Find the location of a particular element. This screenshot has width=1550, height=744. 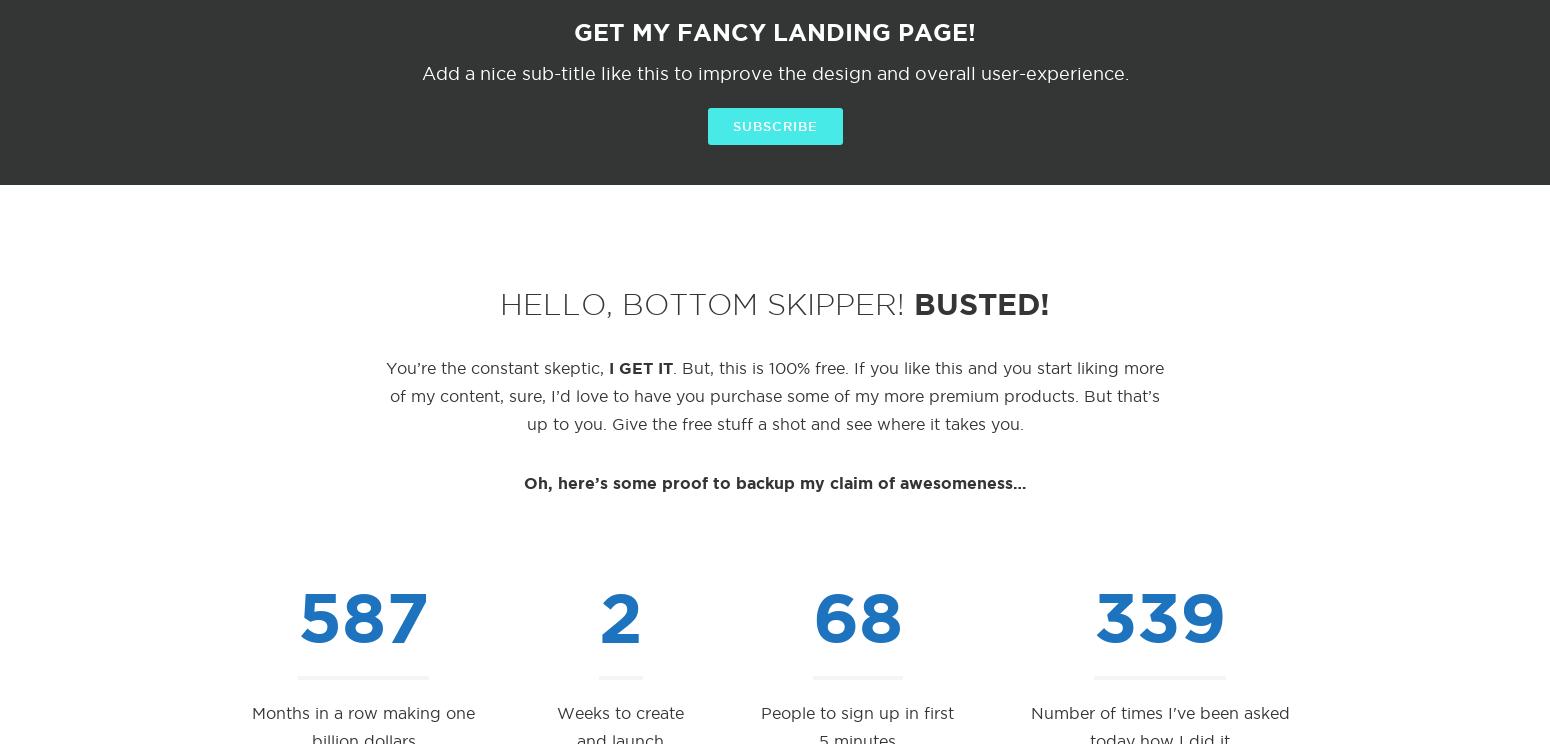

'You’re the constant skeptic,' is located at coordinates (496, 367).